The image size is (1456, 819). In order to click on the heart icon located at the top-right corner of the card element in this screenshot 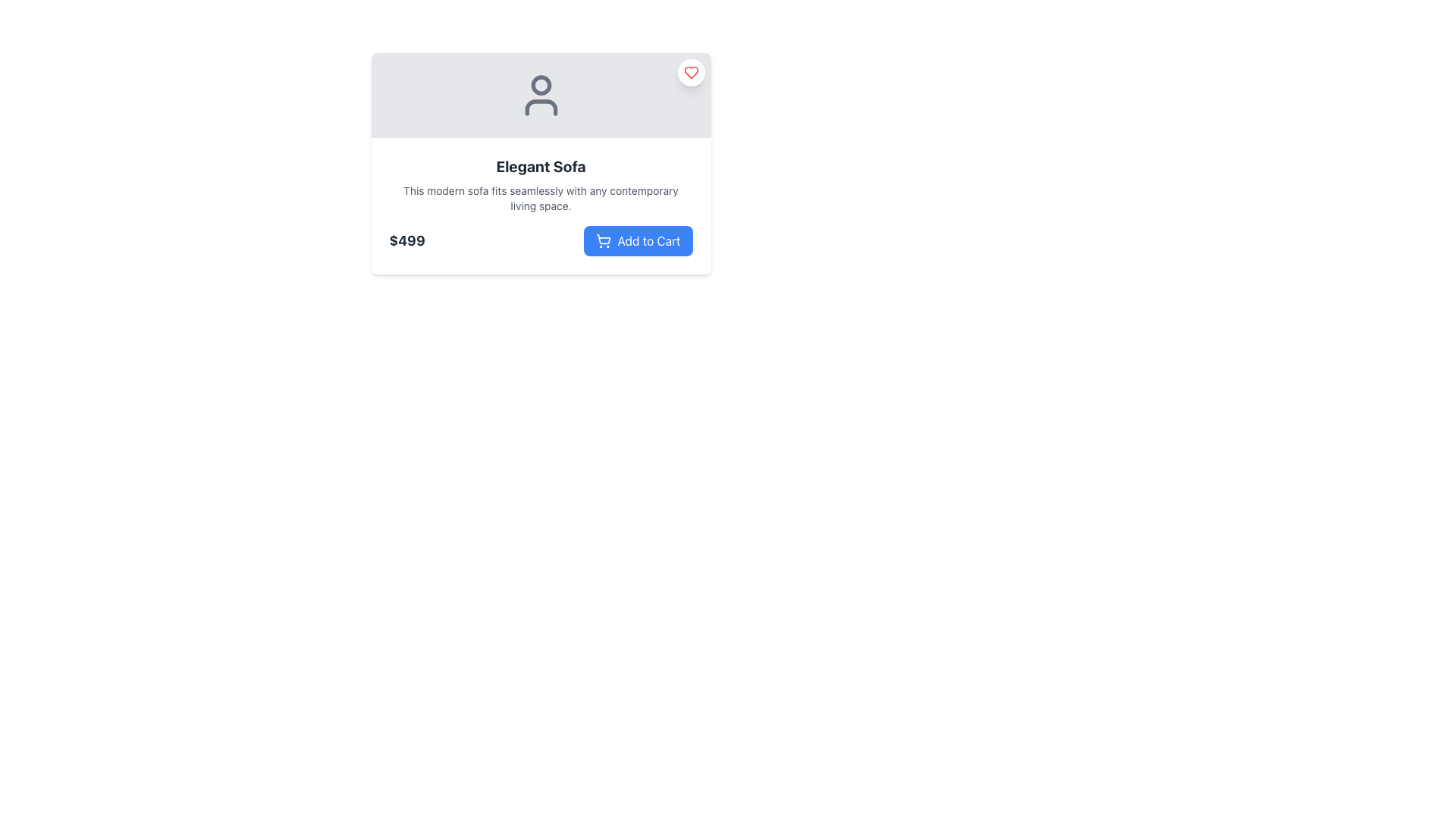, I will do `click(690, 73)`.